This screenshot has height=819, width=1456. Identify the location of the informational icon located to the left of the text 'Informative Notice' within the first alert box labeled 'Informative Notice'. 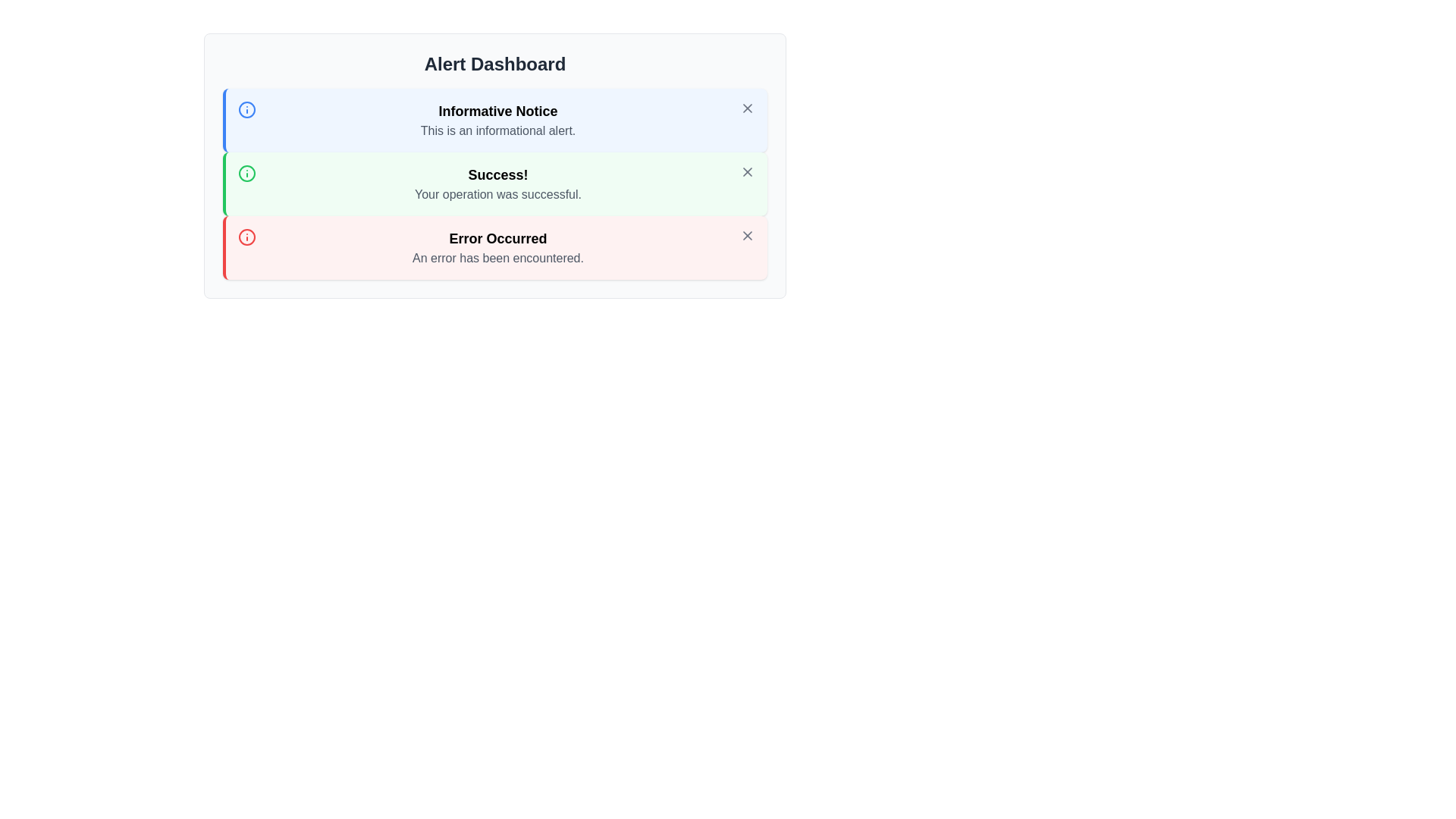
(247, 109).